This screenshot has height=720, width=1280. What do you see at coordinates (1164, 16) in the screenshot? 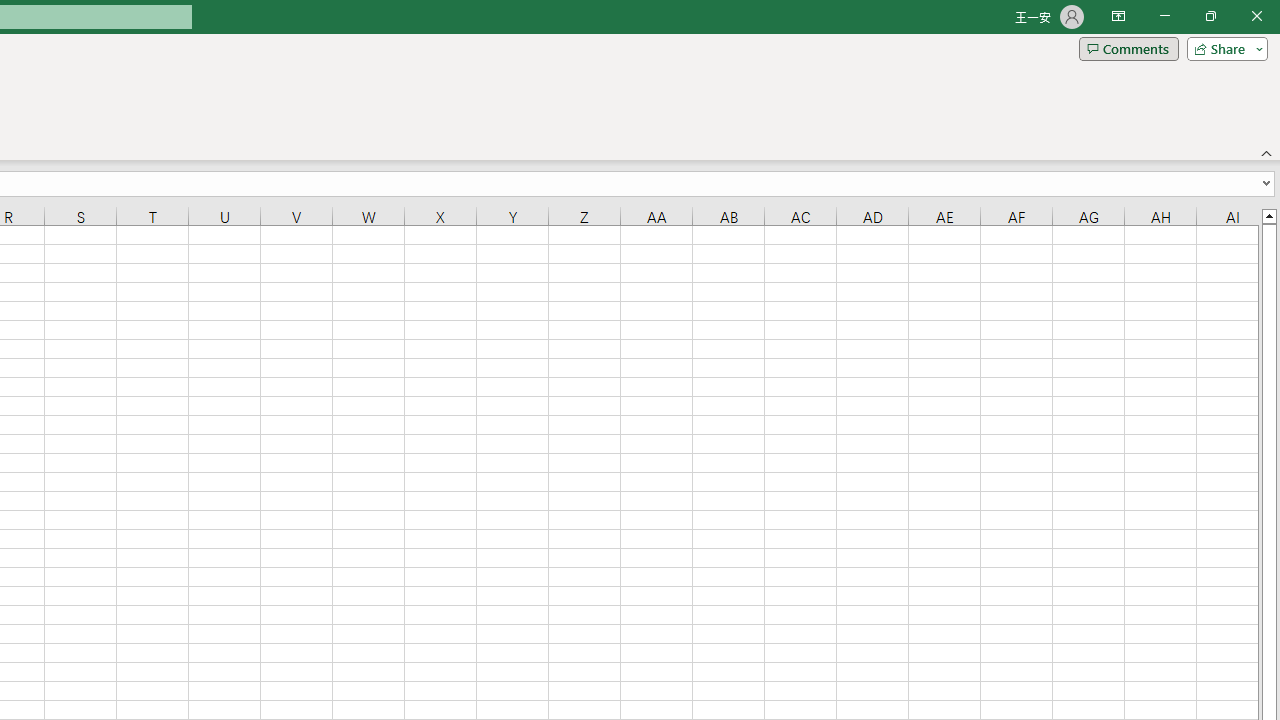
I see `'Minimize'` at bounding box center [1164, 16].